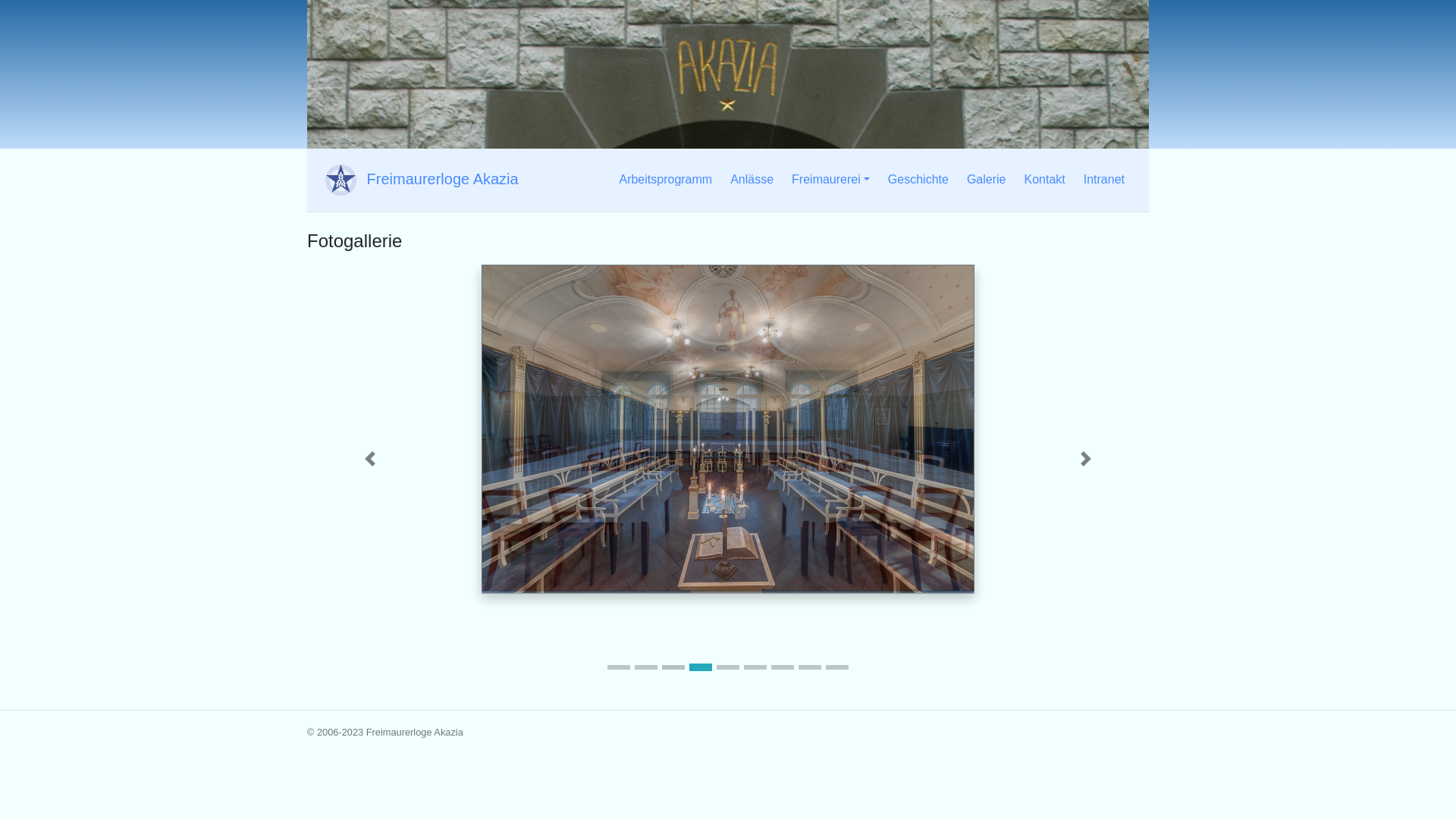 The image size is (1456, 819). What do you see at coordinates (830, 178) in the screenshot?
I see `'Freimaurerei'` at bounding box center [830, 178].